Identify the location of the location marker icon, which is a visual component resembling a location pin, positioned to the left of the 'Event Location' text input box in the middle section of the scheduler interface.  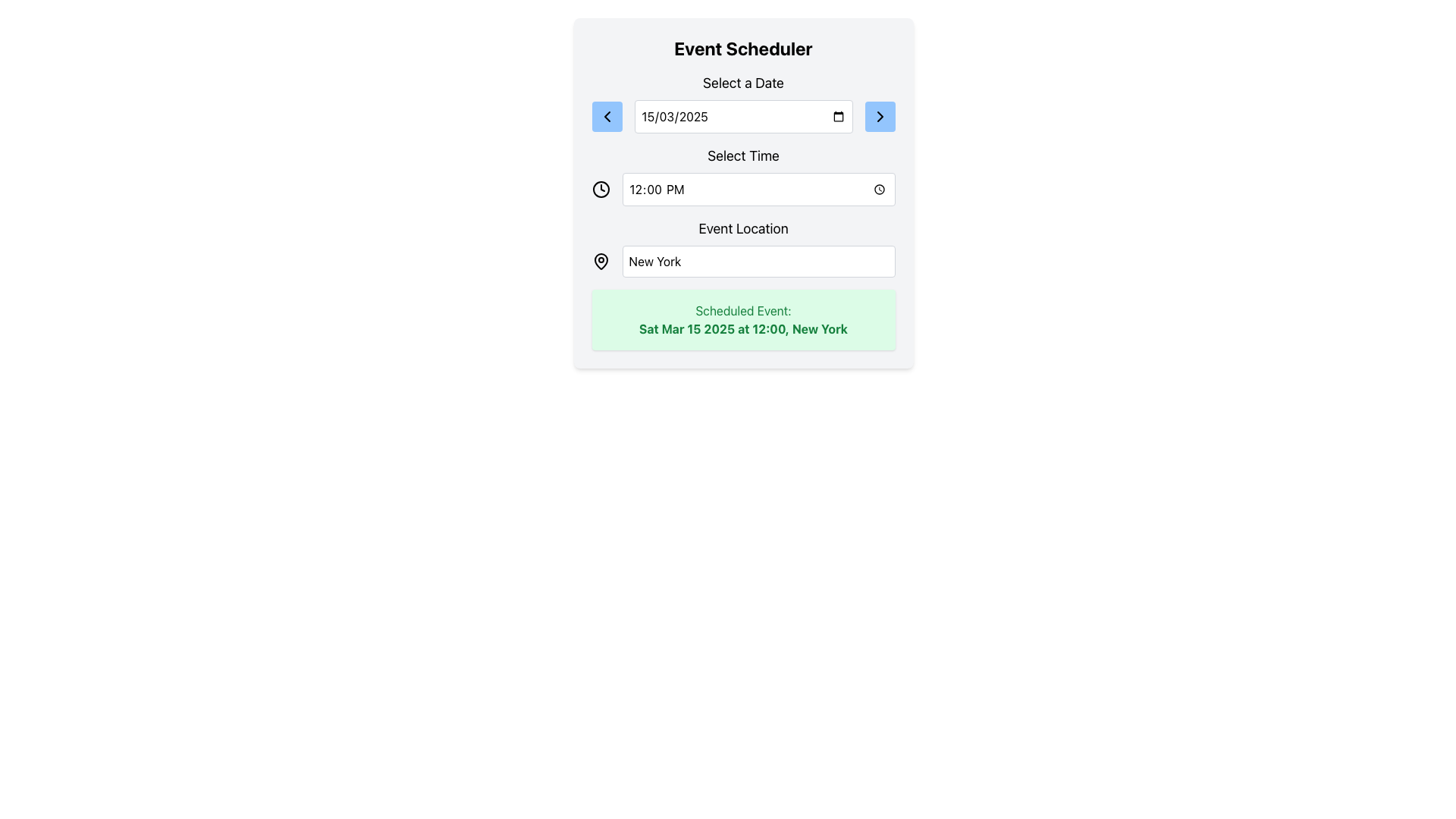
(600, 260).